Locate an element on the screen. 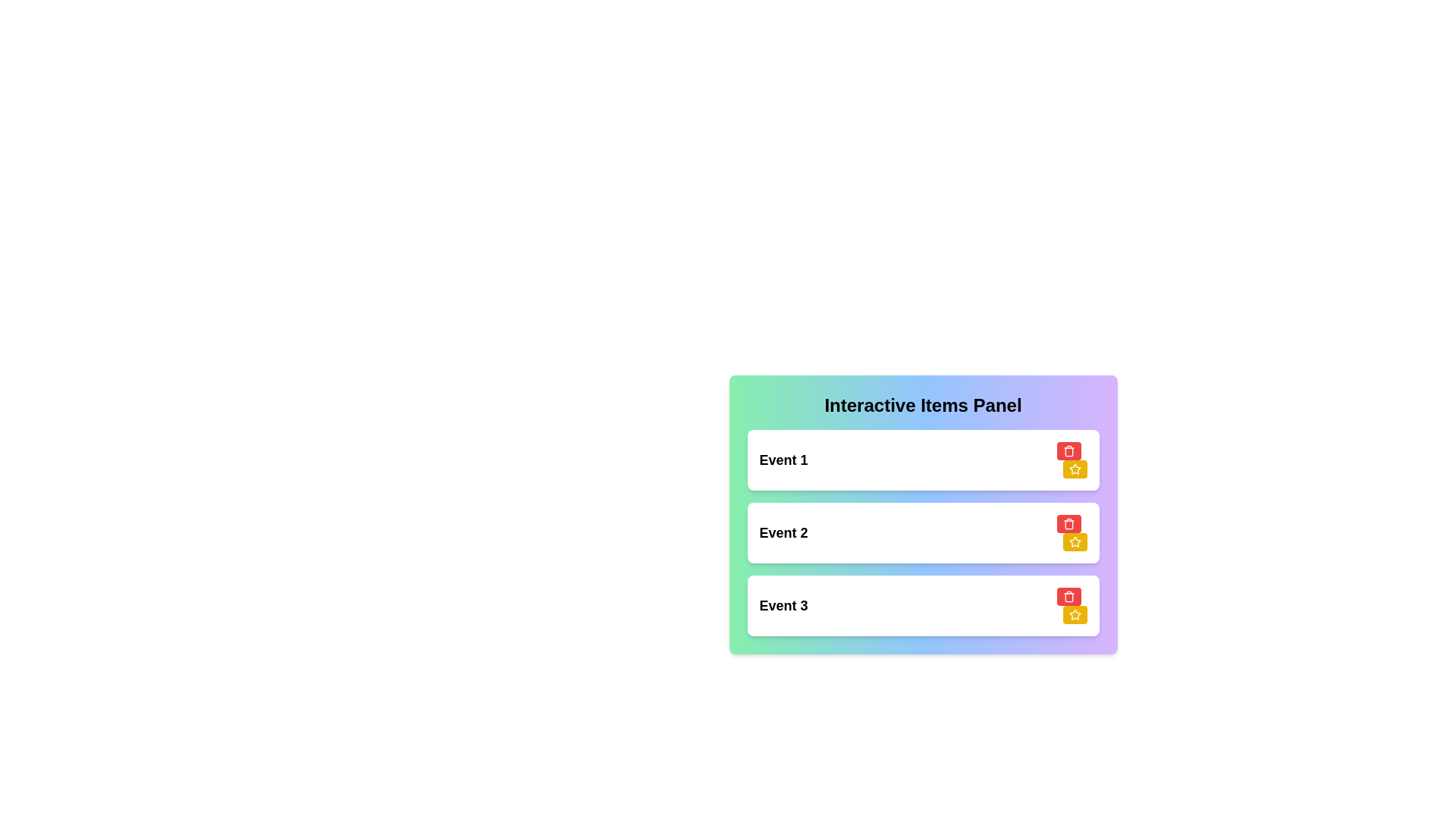  the star icon located to the far-right of the 'Event 3' row in the 'Interactive Items Panel' is located at coordinates (1074, 541).